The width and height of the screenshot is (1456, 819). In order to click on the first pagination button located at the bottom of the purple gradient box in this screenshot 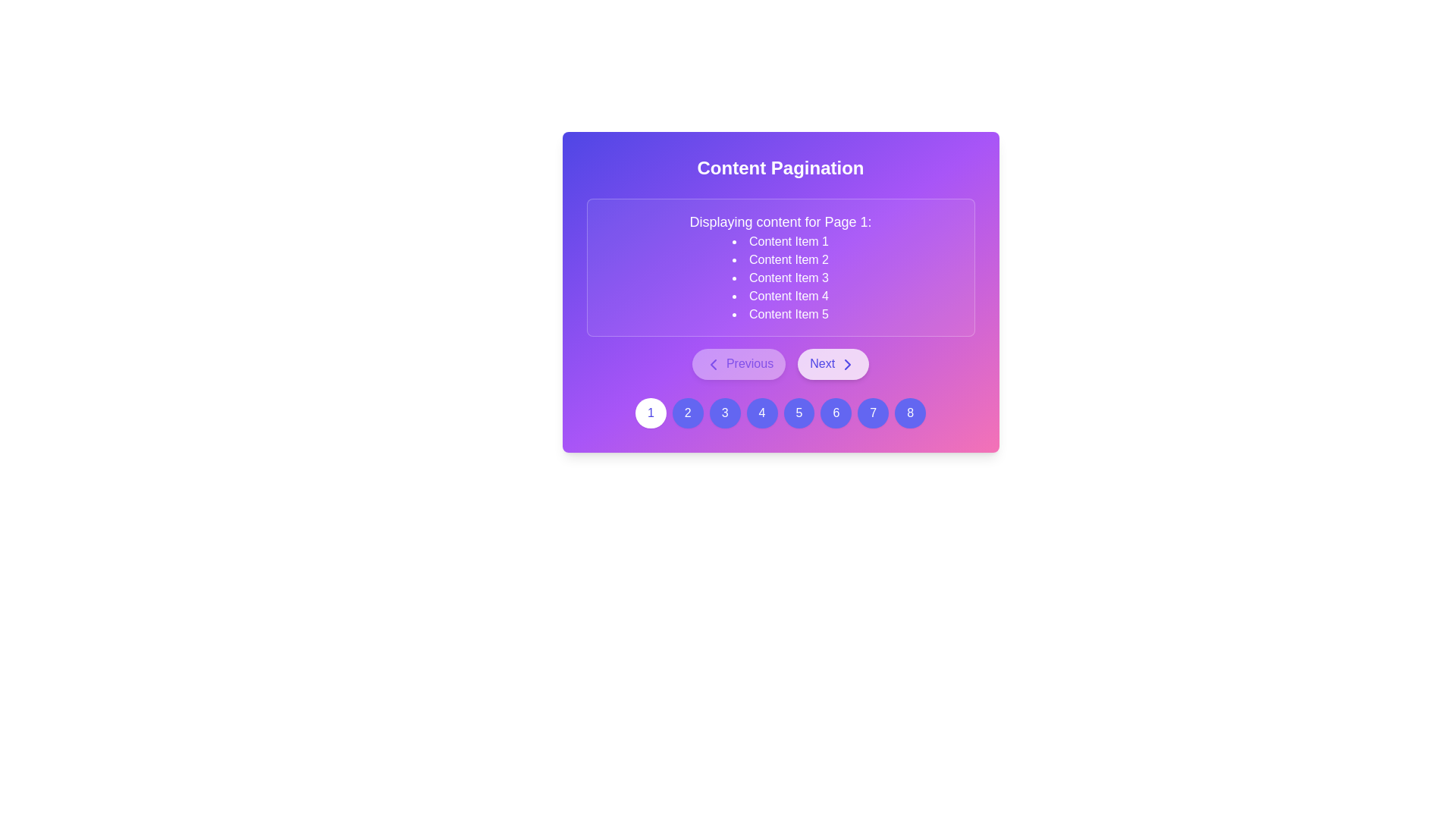, I will do `click(651, 413)`.